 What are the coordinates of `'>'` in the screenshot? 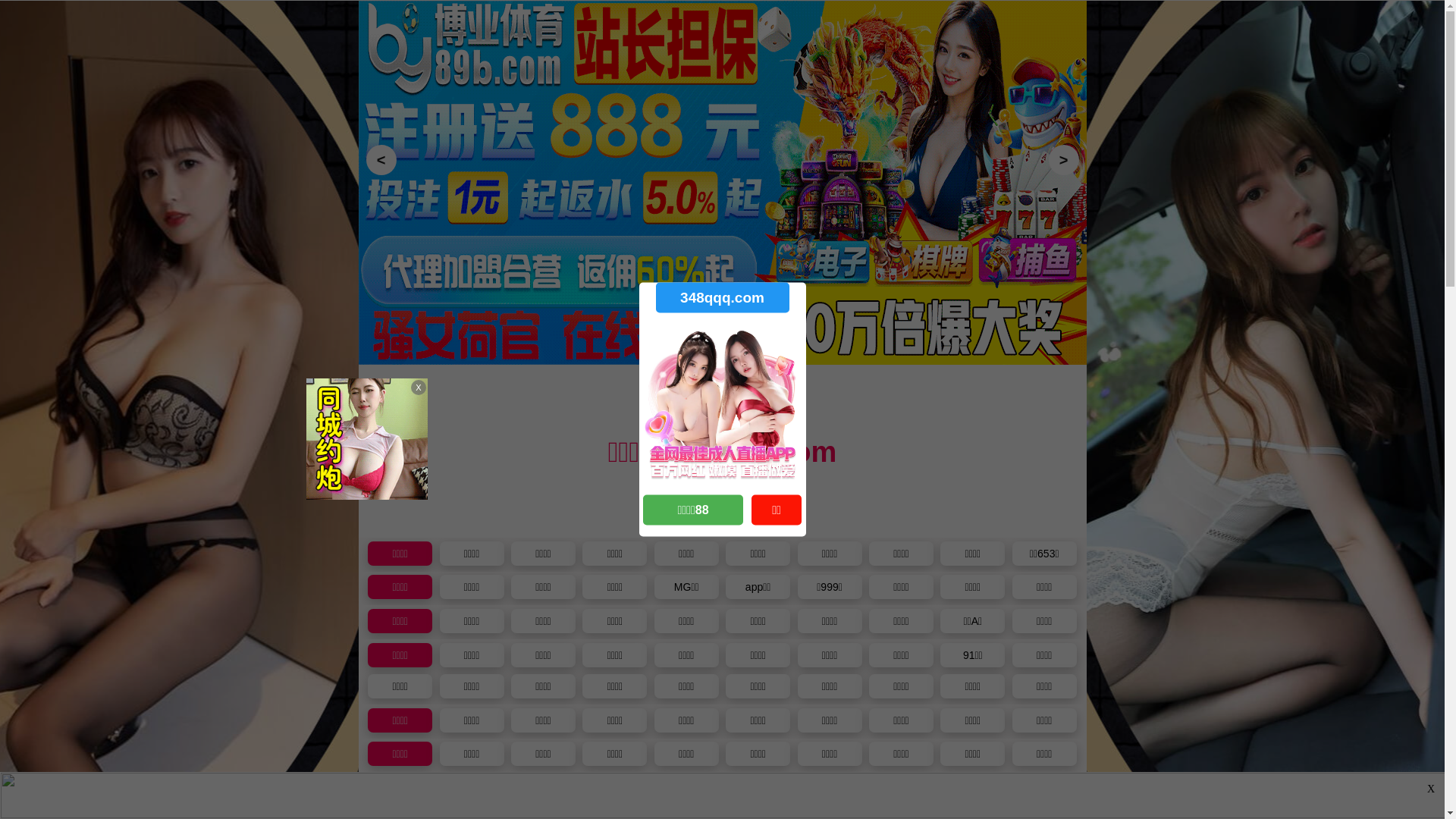 It's located at (1047, 160).